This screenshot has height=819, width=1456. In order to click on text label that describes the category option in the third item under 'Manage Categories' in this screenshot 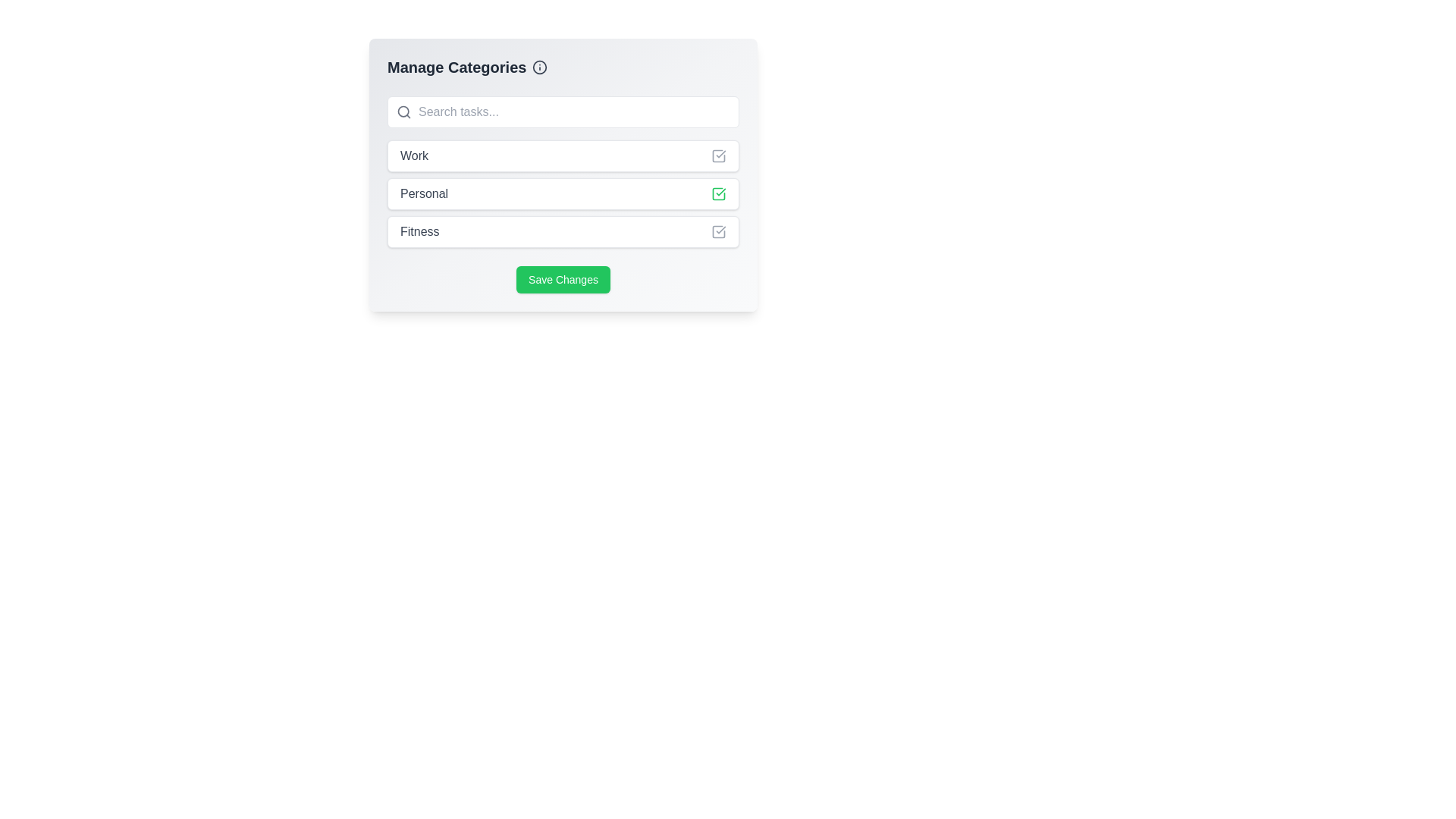, I will do `click(419, 231)`.